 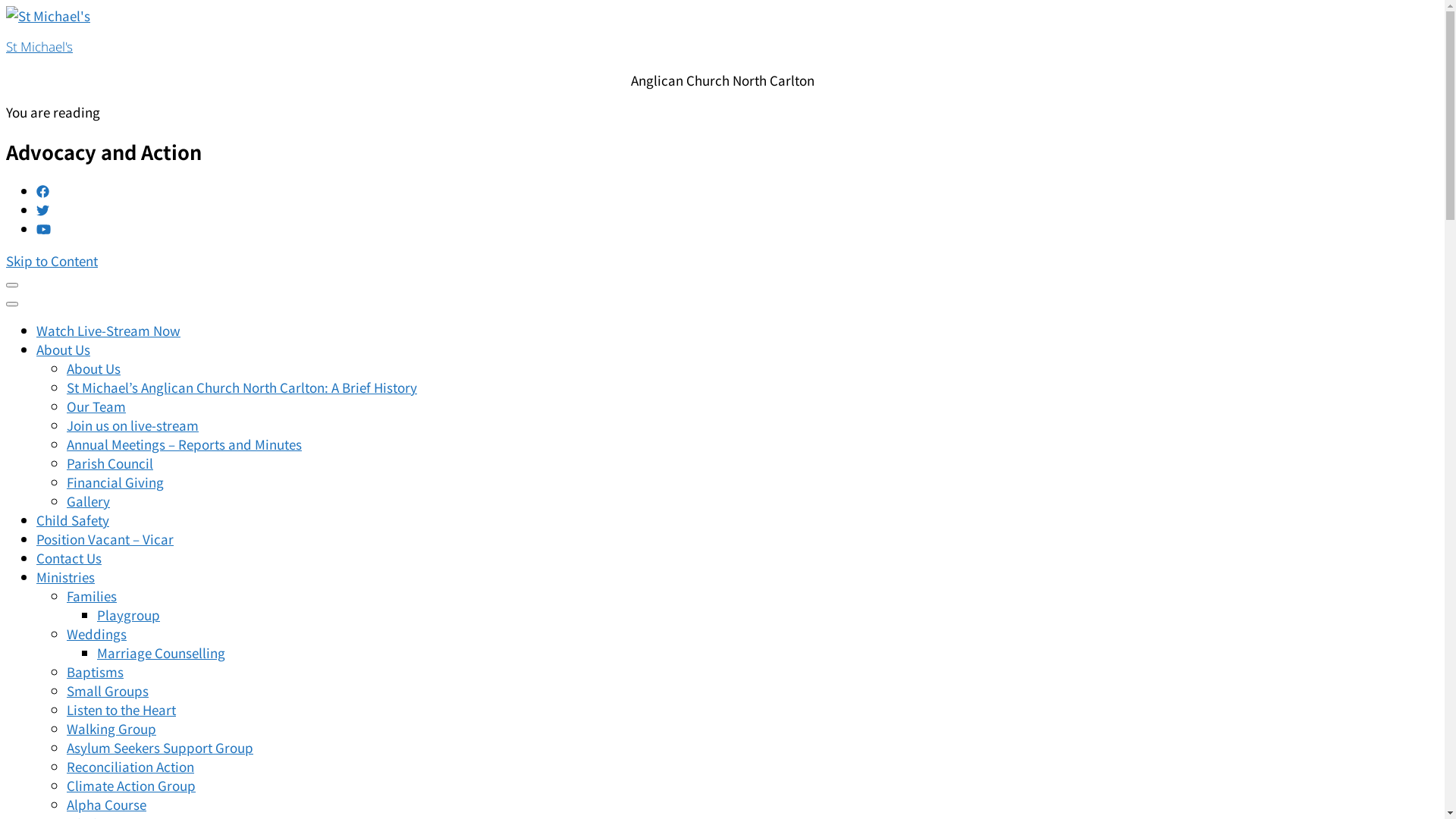 I want to click on 'Playgroup', so click(x=128, y=614).